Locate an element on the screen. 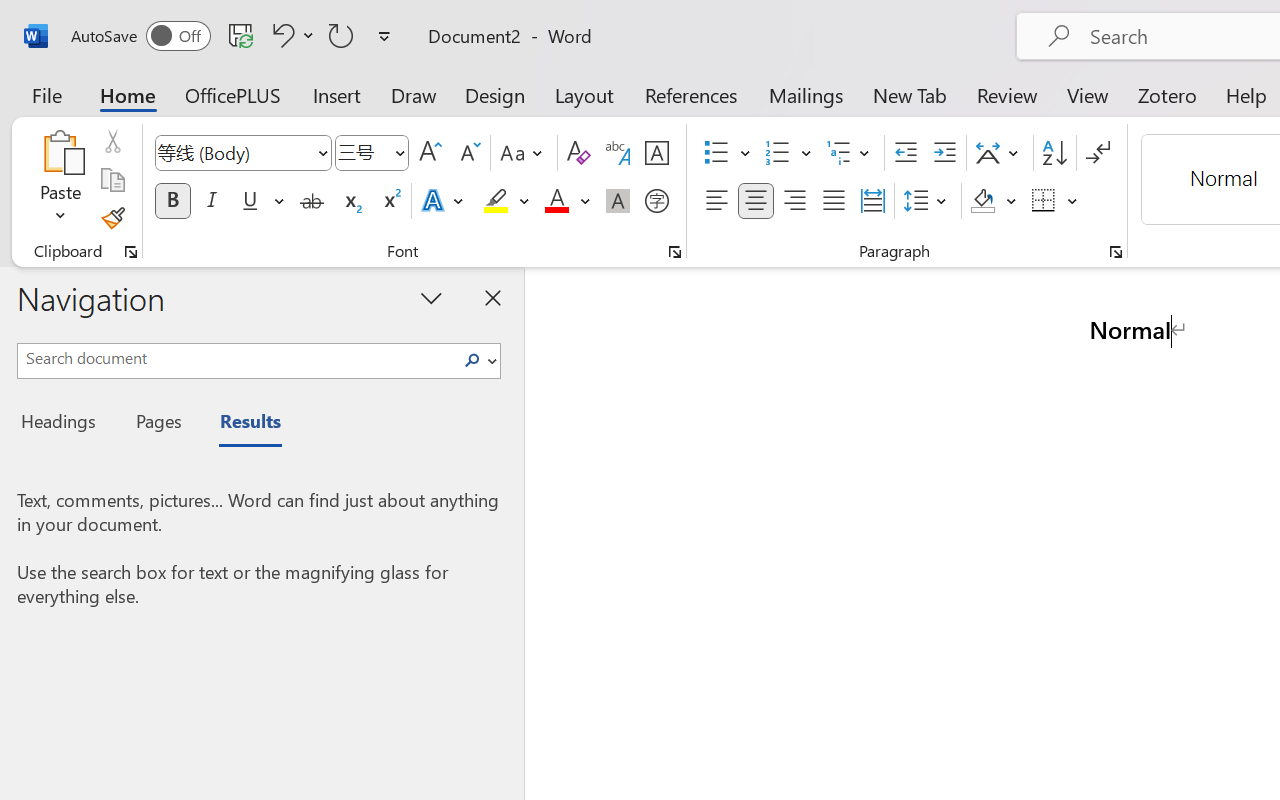 This screenshot has height=800, width=1280. 'Layout' is located at coordinates (583, 94).